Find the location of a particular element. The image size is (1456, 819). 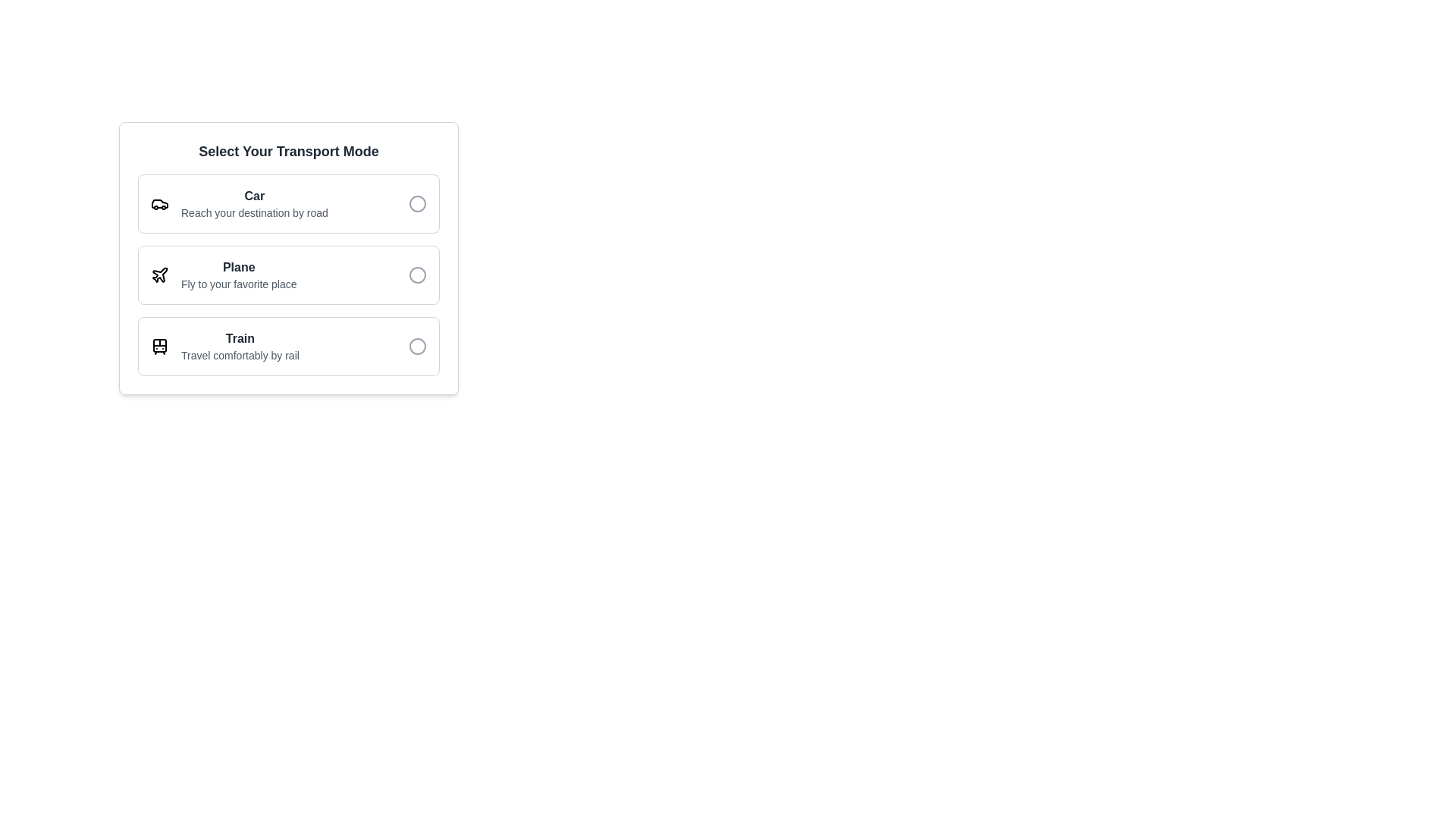

the 'Train' transport mode label, which is located in the third option block of the vertically-stacked selection interface for transport modes, positioned below 'Car' and 'Plane' is located at coordinates (239, 338).